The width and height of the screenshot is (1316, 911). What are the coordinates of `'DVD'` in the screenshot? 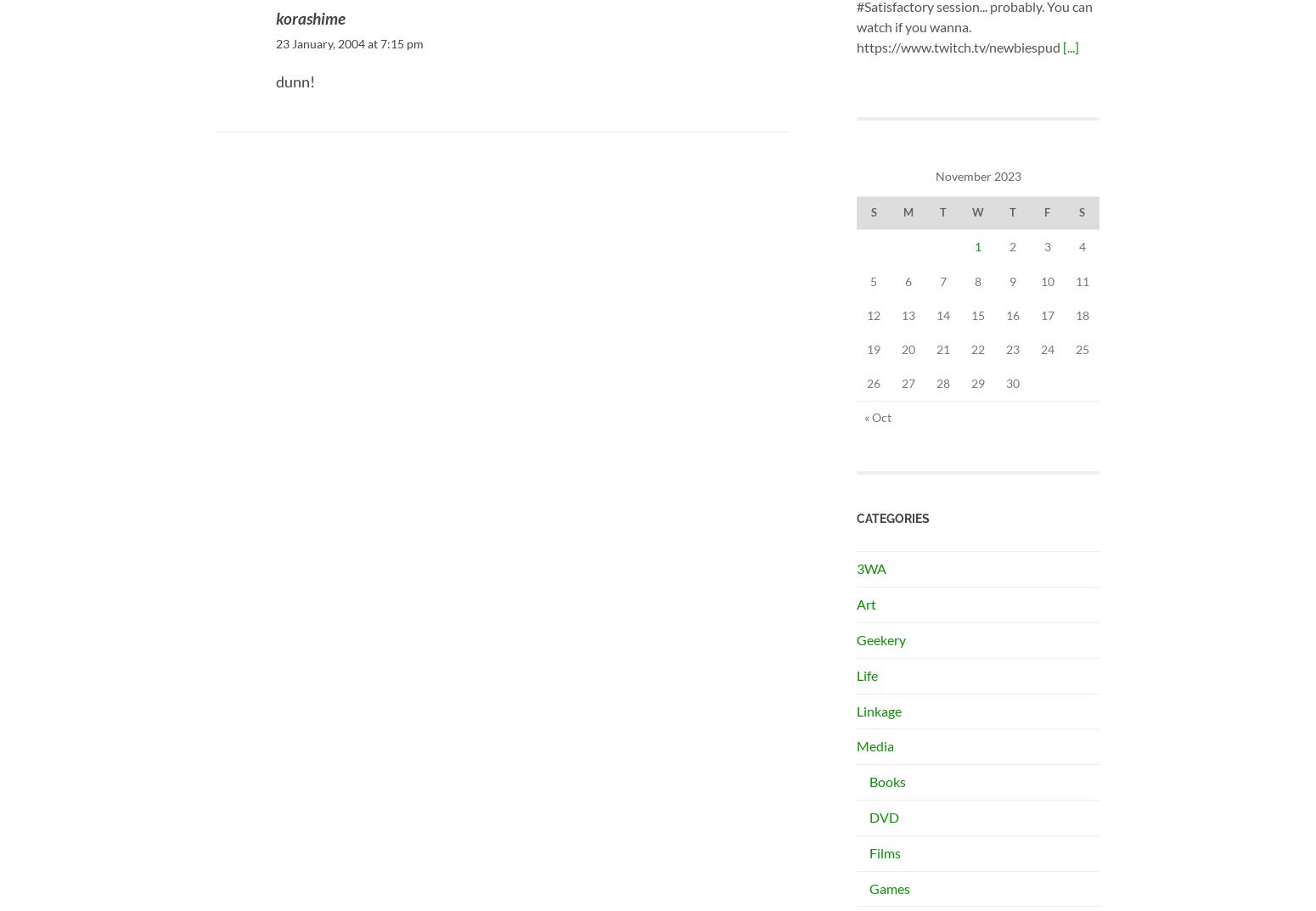 It's located at (884, 816).